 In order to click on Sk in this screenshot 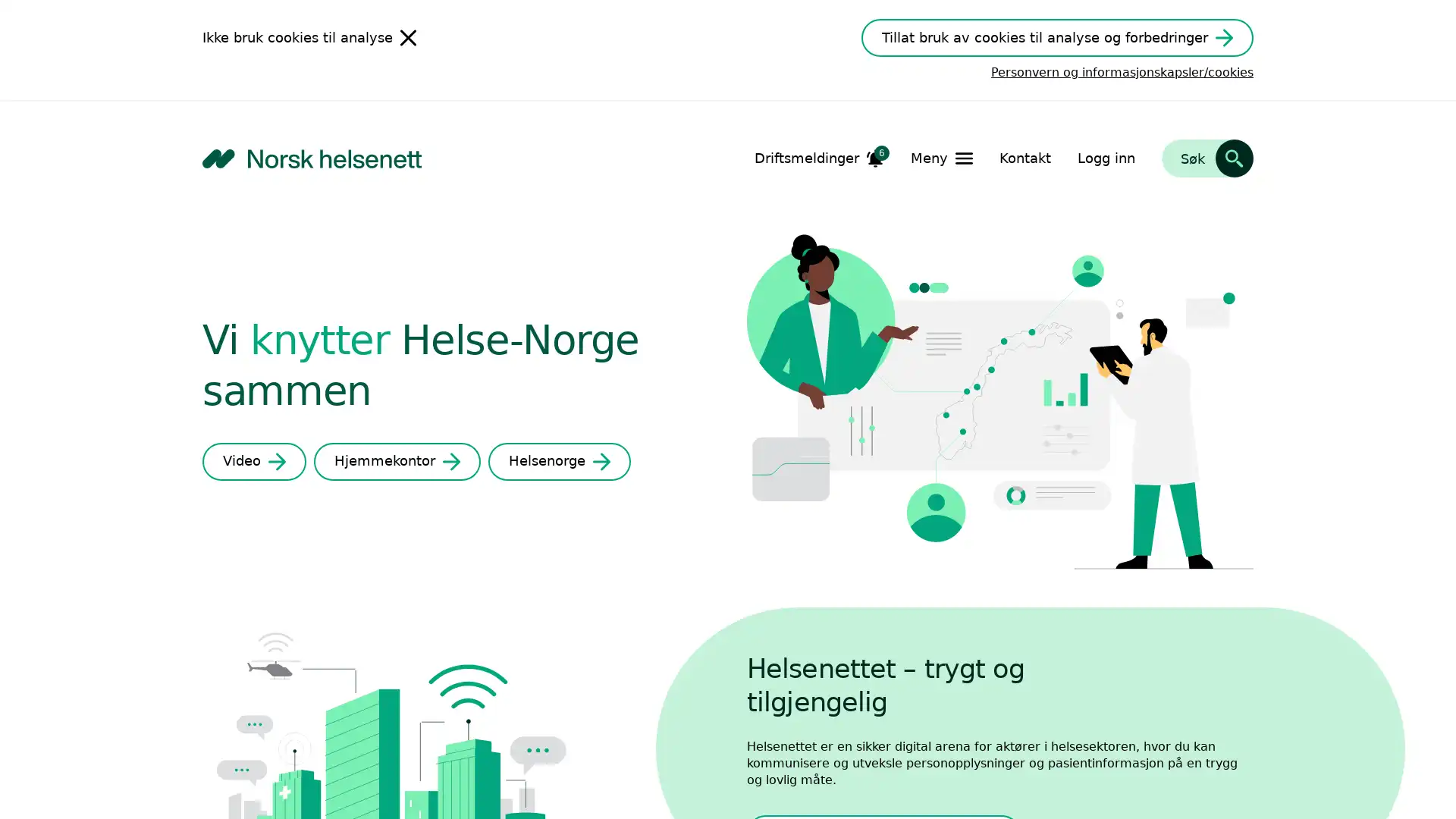, I will do `click(1234, 158)`.